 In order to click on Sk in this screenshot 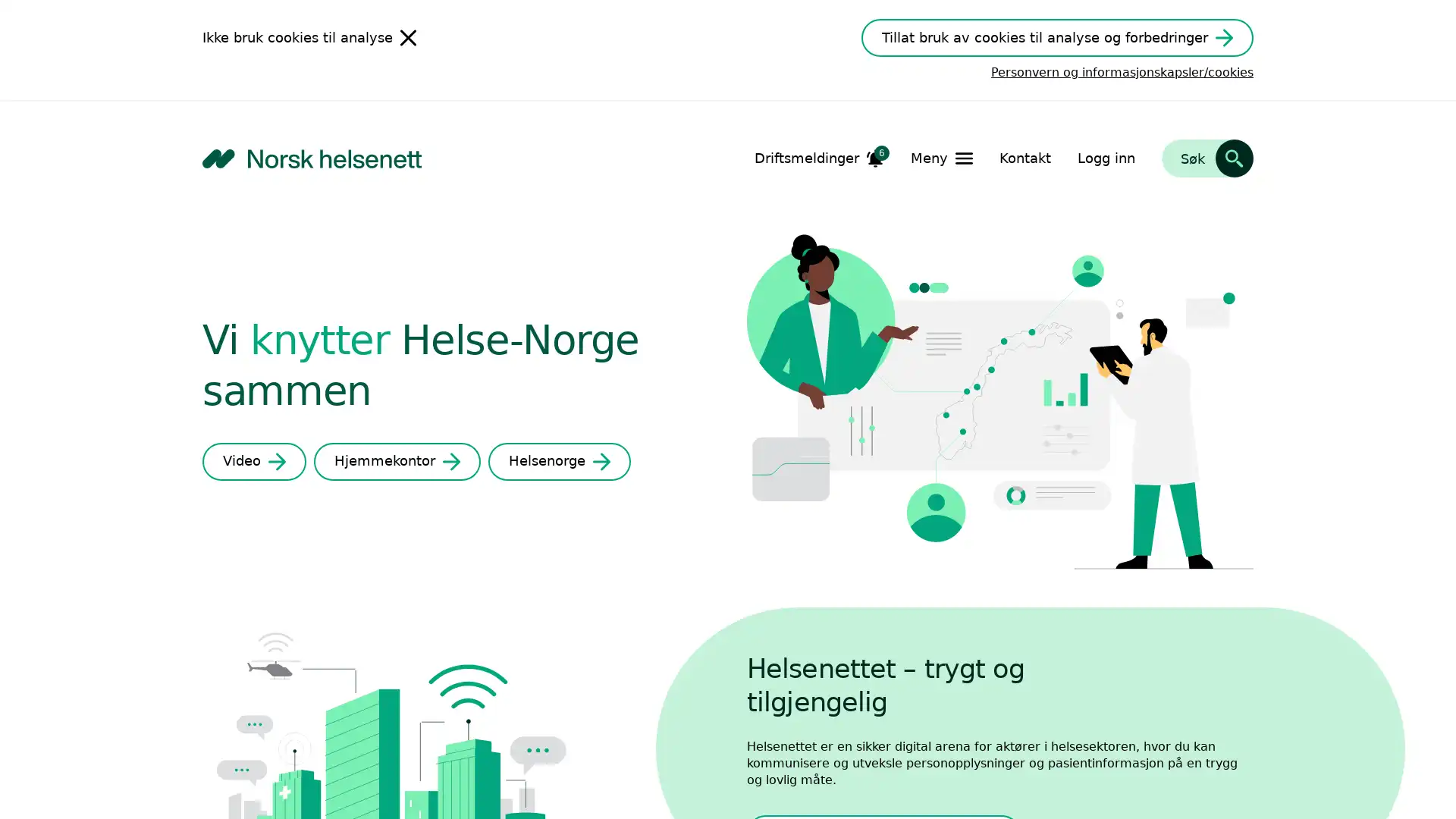, I will do `click(1234, 158)`.